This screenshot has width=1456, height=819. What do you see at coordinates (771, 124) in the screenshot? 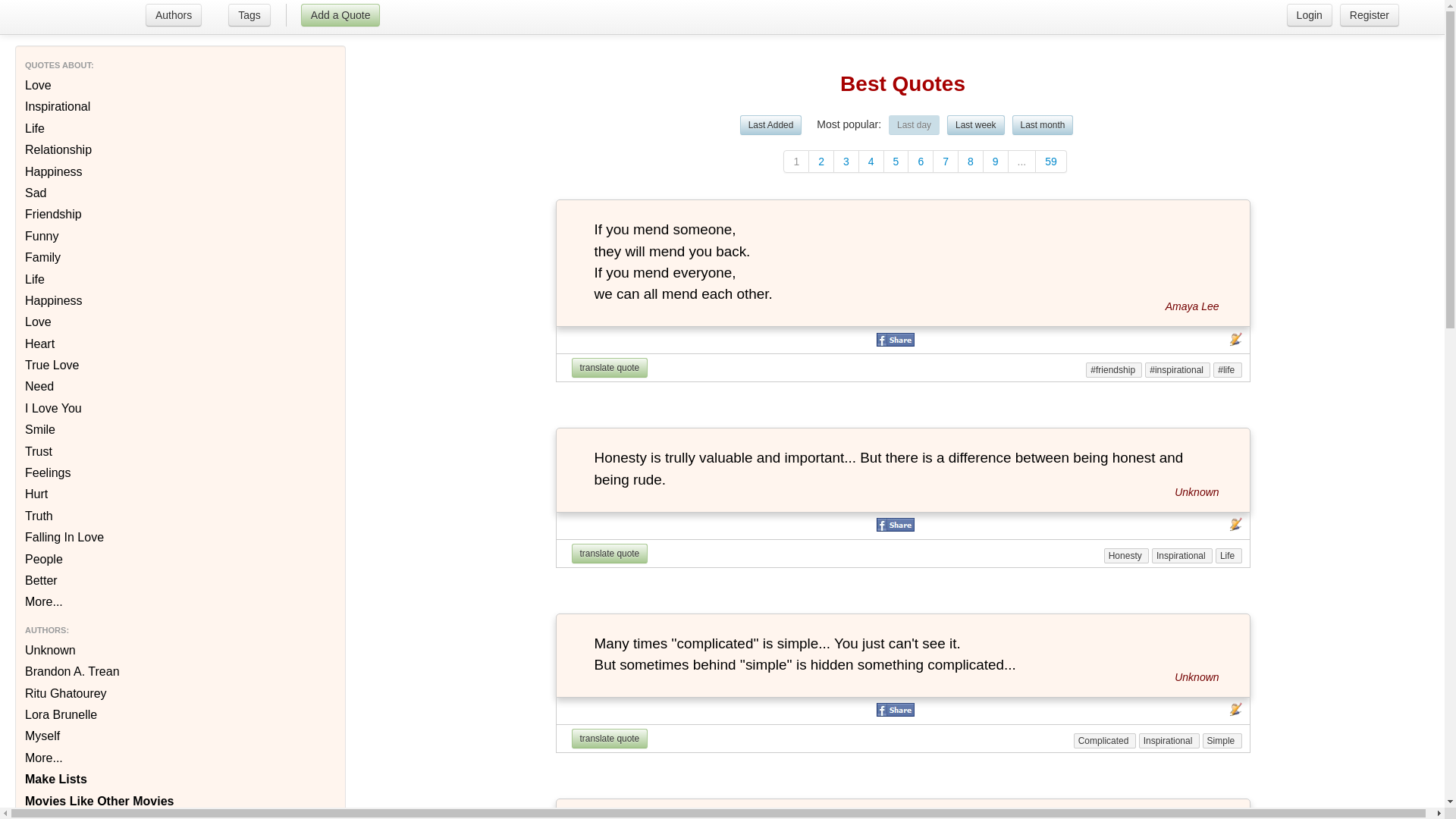
I see `'Last Added'` at bounding box center [771, 124].